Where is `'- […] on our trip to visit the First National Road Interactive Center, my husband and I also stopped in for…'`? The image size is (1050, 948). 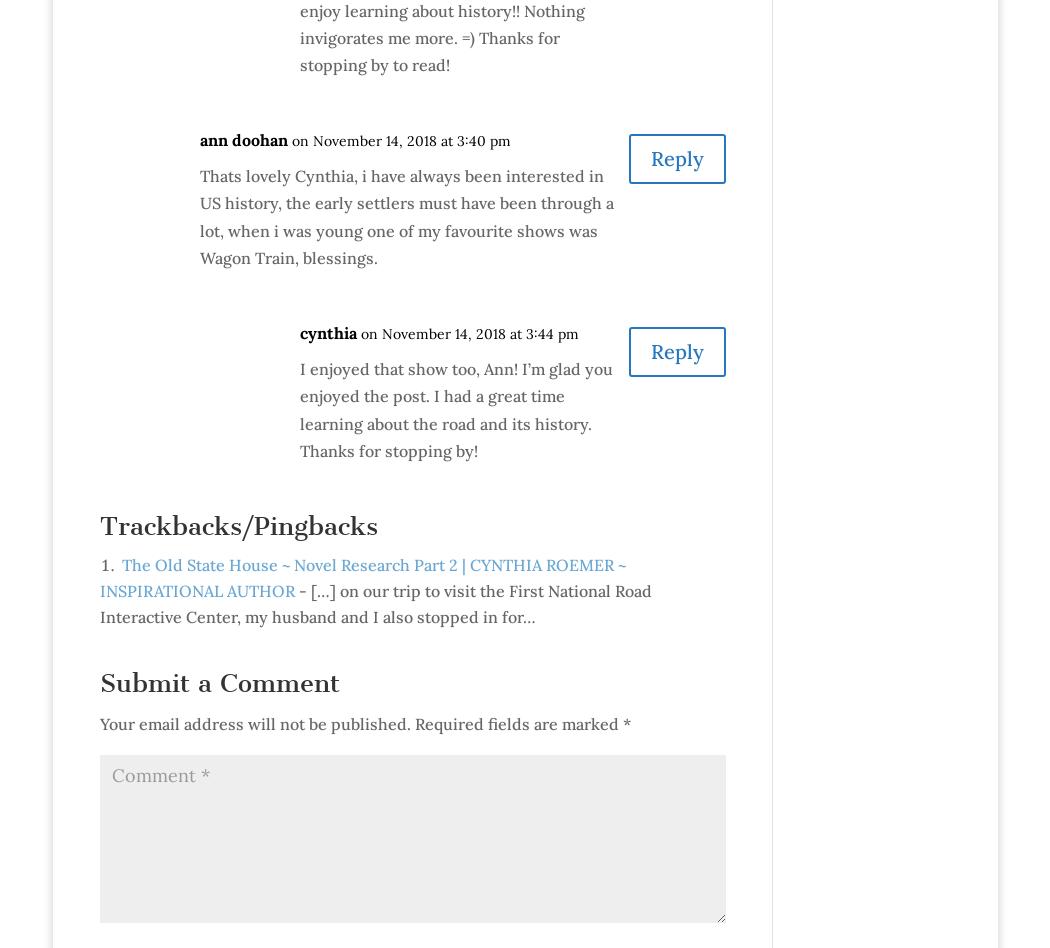
'- […] on our trip to visit the First National Road Interactive Center, my husband and I also stopped in for…' is located at coordinates (99, 602).